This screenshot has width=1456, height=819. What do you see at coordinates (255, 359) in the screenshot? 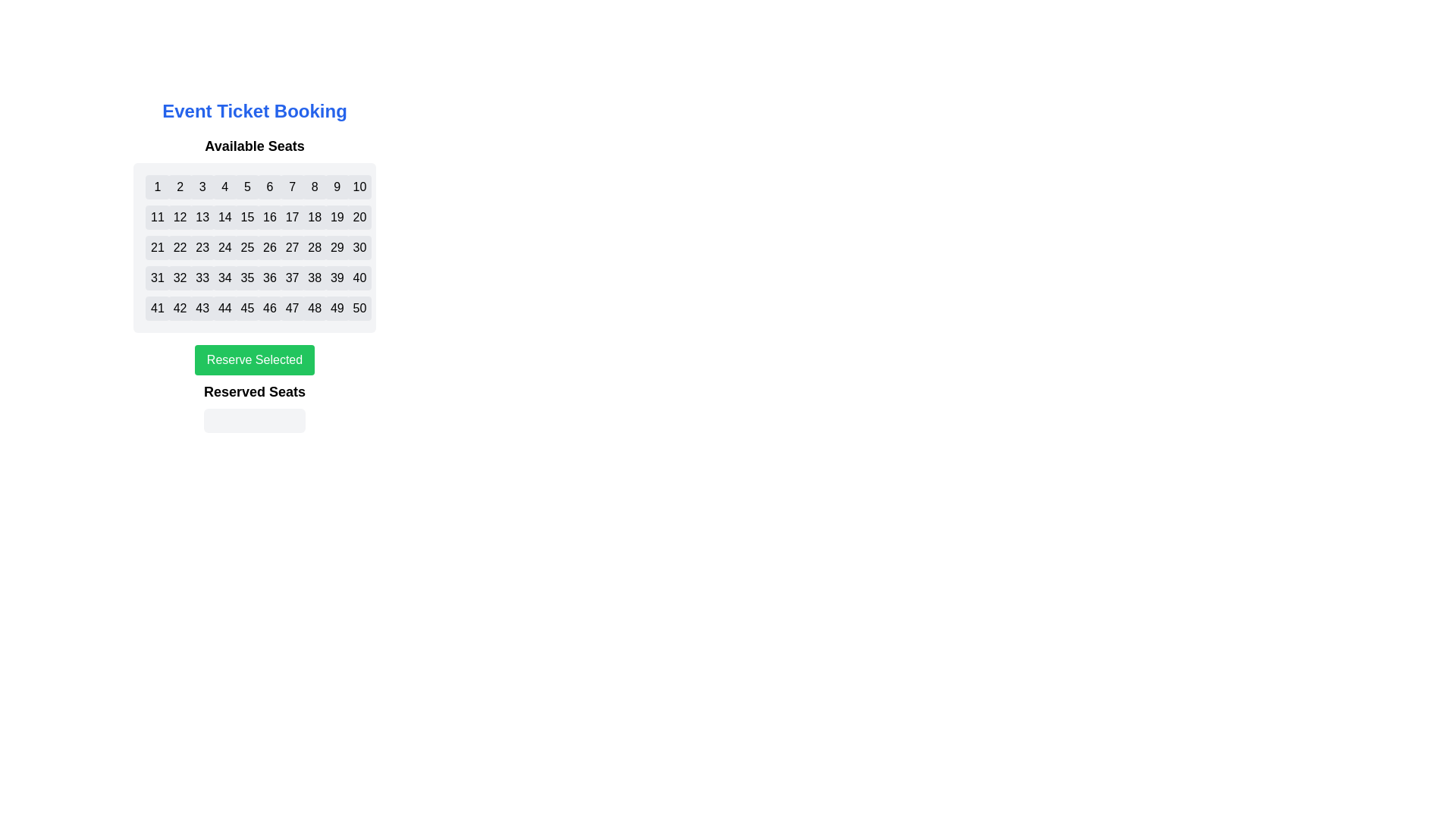
I see `the 'Reserve Selected' button to reserve the selected seats` at bounding box center [255, 359].